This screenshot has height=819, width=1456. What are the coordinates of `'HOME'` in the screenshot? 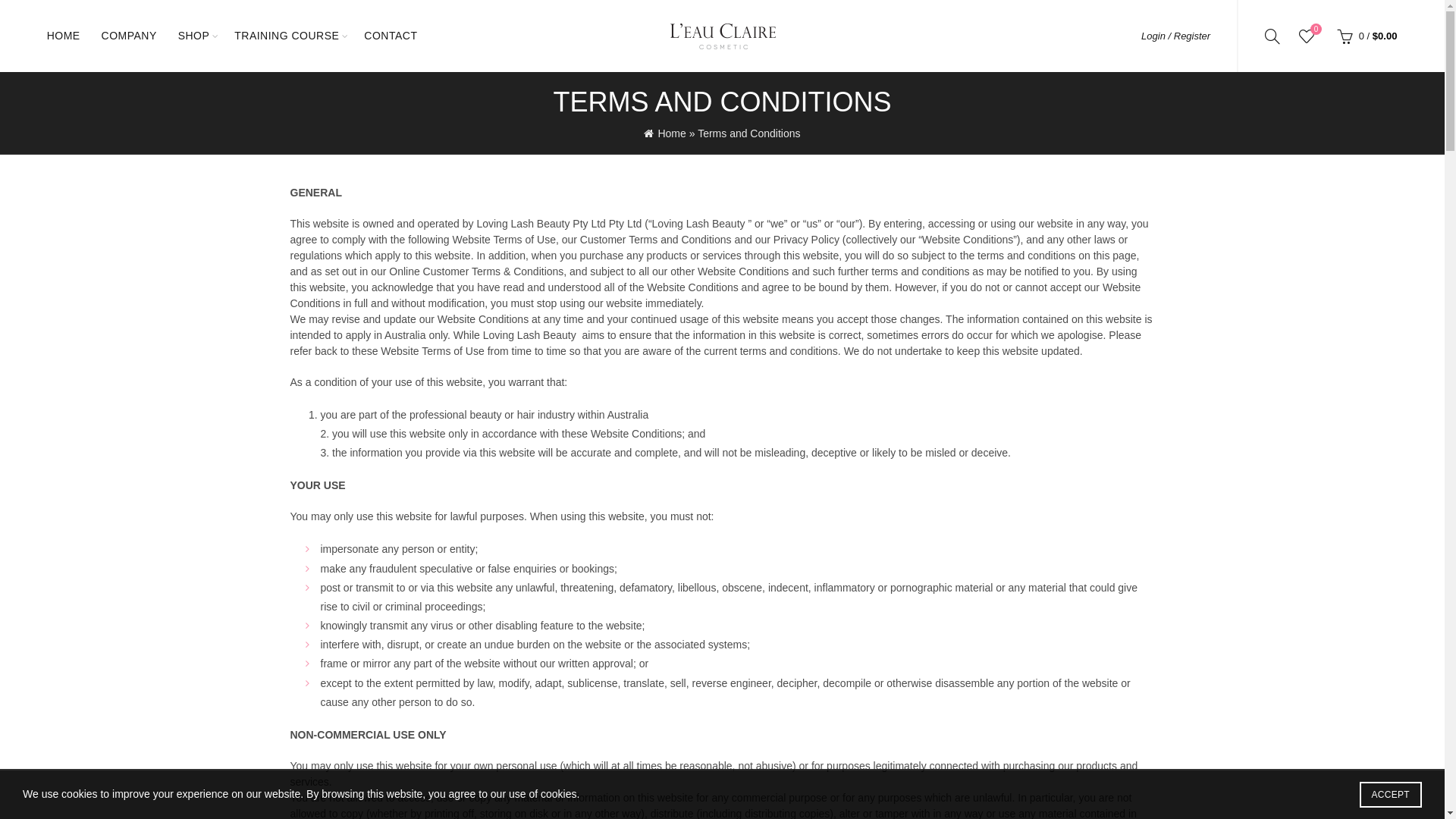 It's located at (36, 35).